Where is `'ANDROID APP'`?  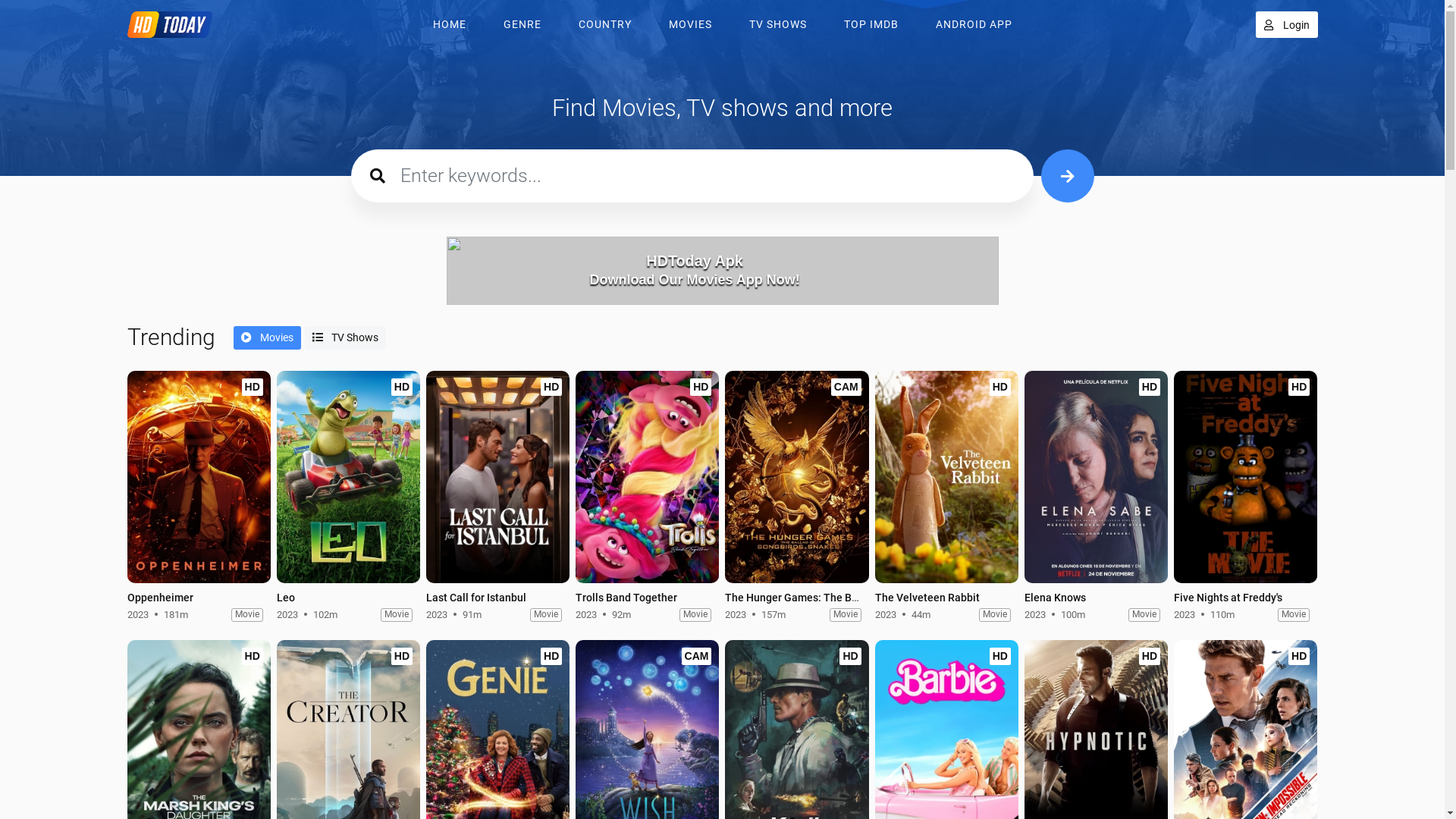
'ANDROID APP' is located at coordinates (920, 24).